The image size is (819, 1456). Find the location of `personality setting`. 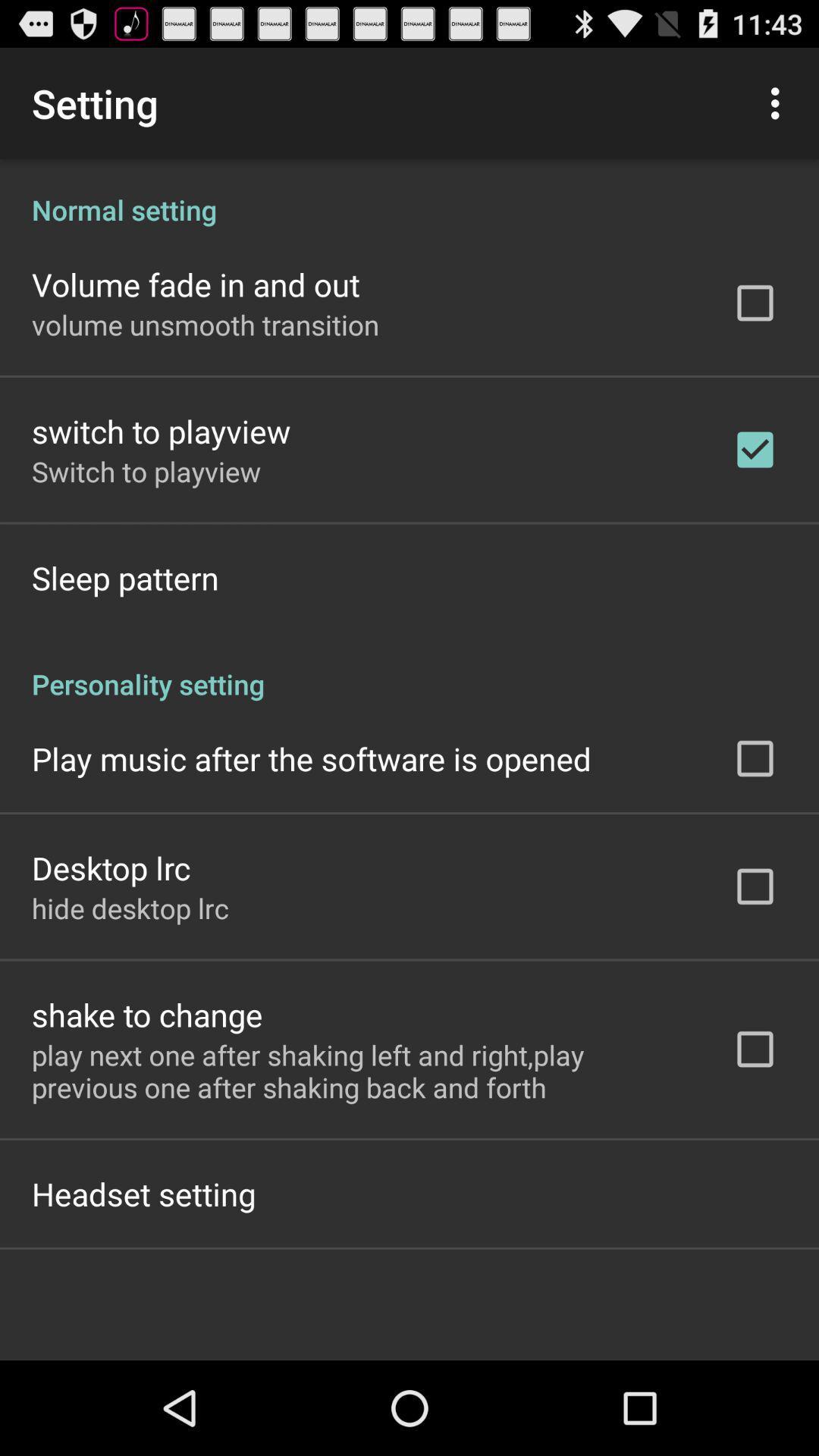

personality setting is located at coordinates (409, 667).